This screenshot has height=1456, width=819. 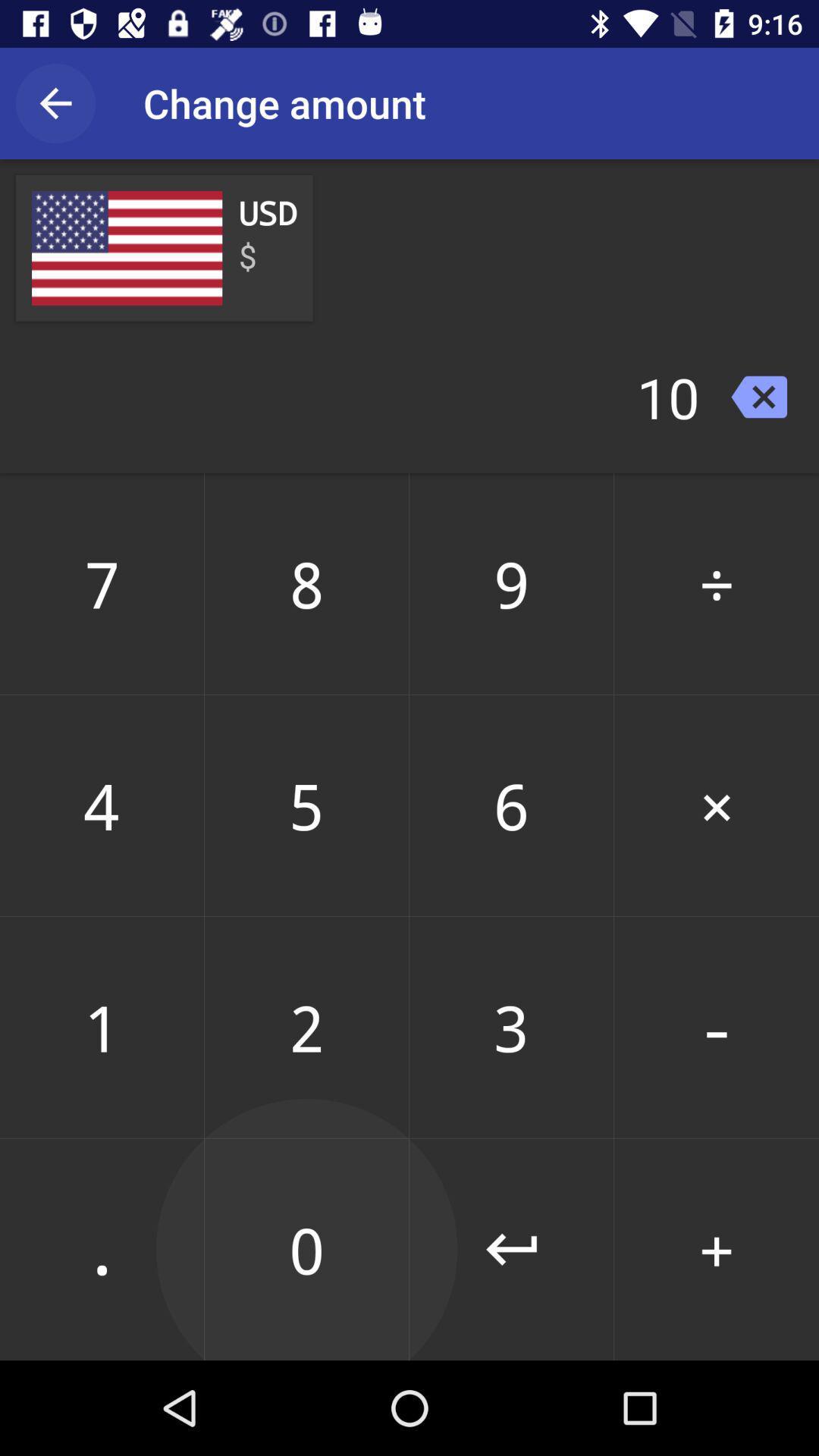 I want to click on item below 7 icon, so click(x=102, y=805).